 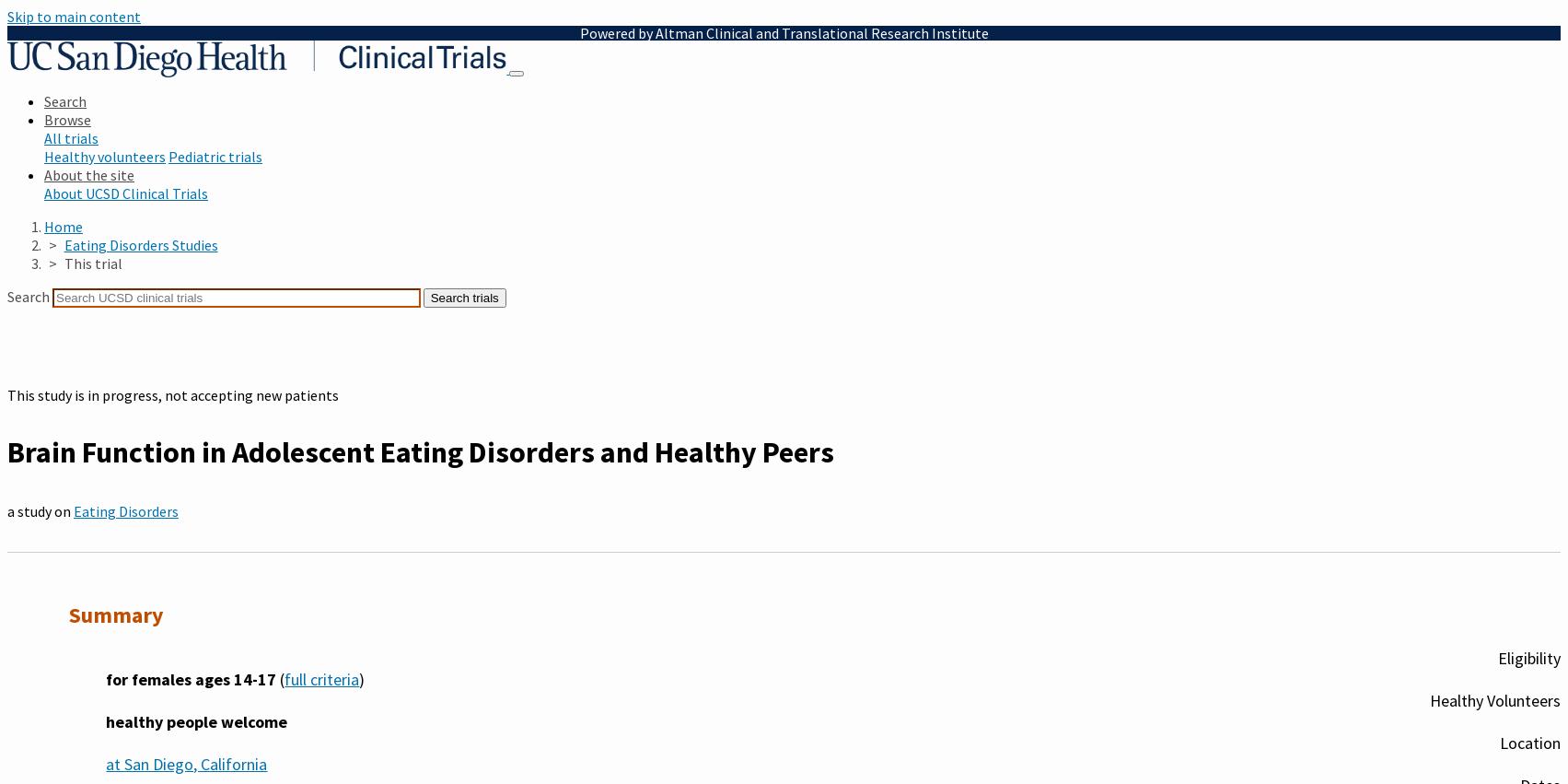 I want to click on 'Pediatric trials', so click(x=214, y=156).